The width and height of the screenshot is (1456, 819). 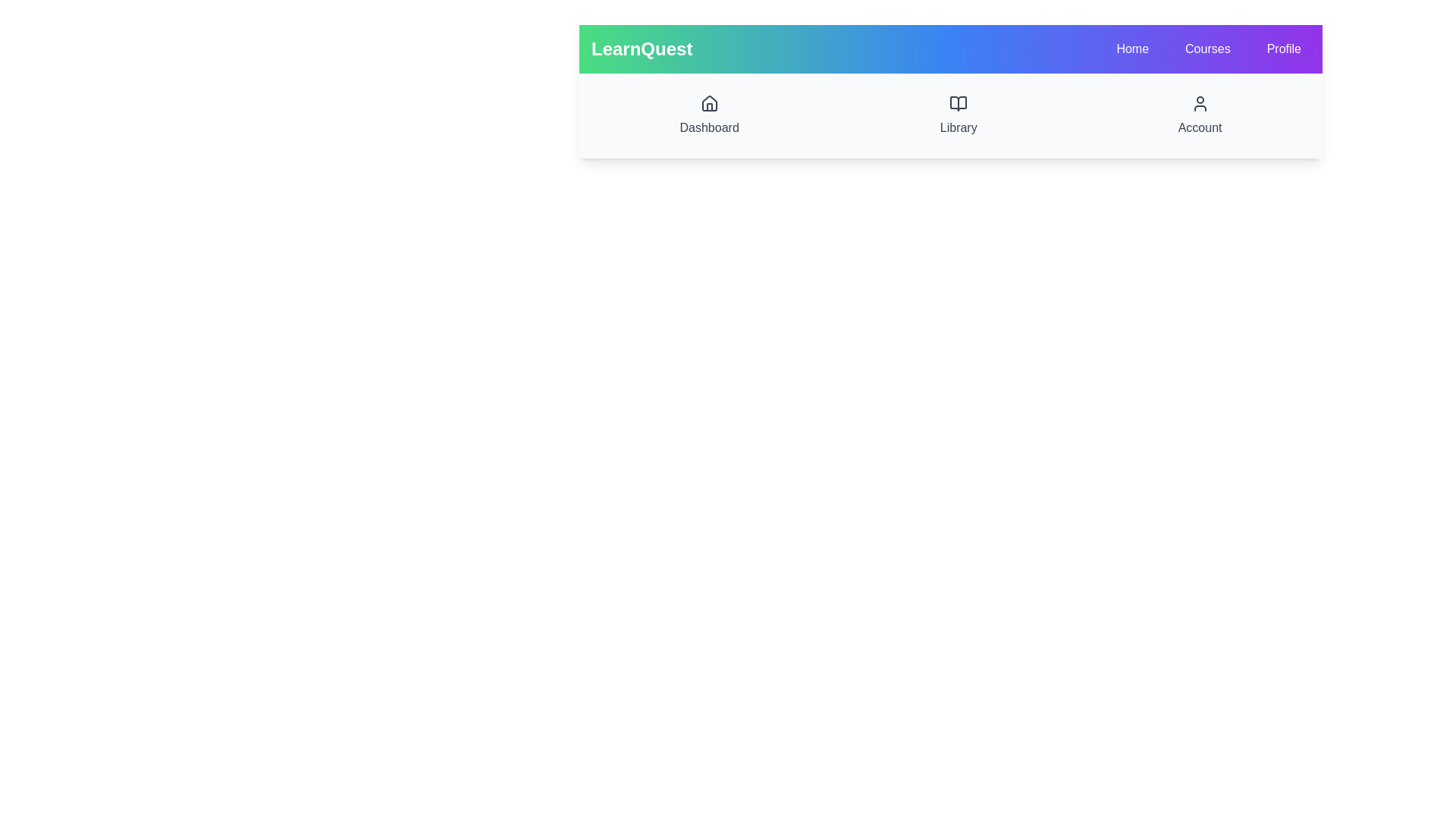 What do you see at coordinates (1207, 49) in the screenshot?
I see `the navigation menu item Courses` at bounding box center [1207, 49].